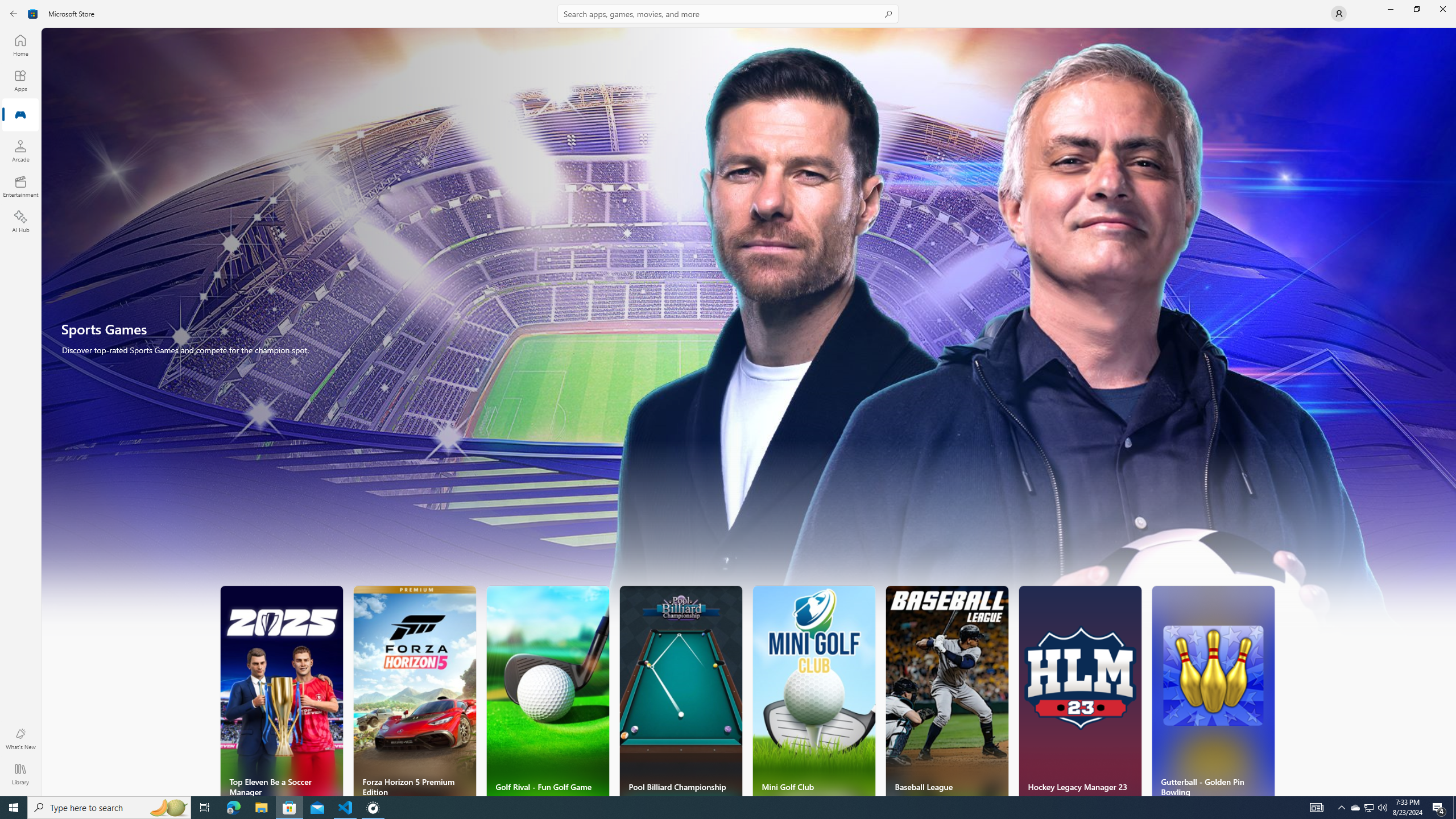  I want to click on 'AutomationID: HeroImage', so click(748, 337).